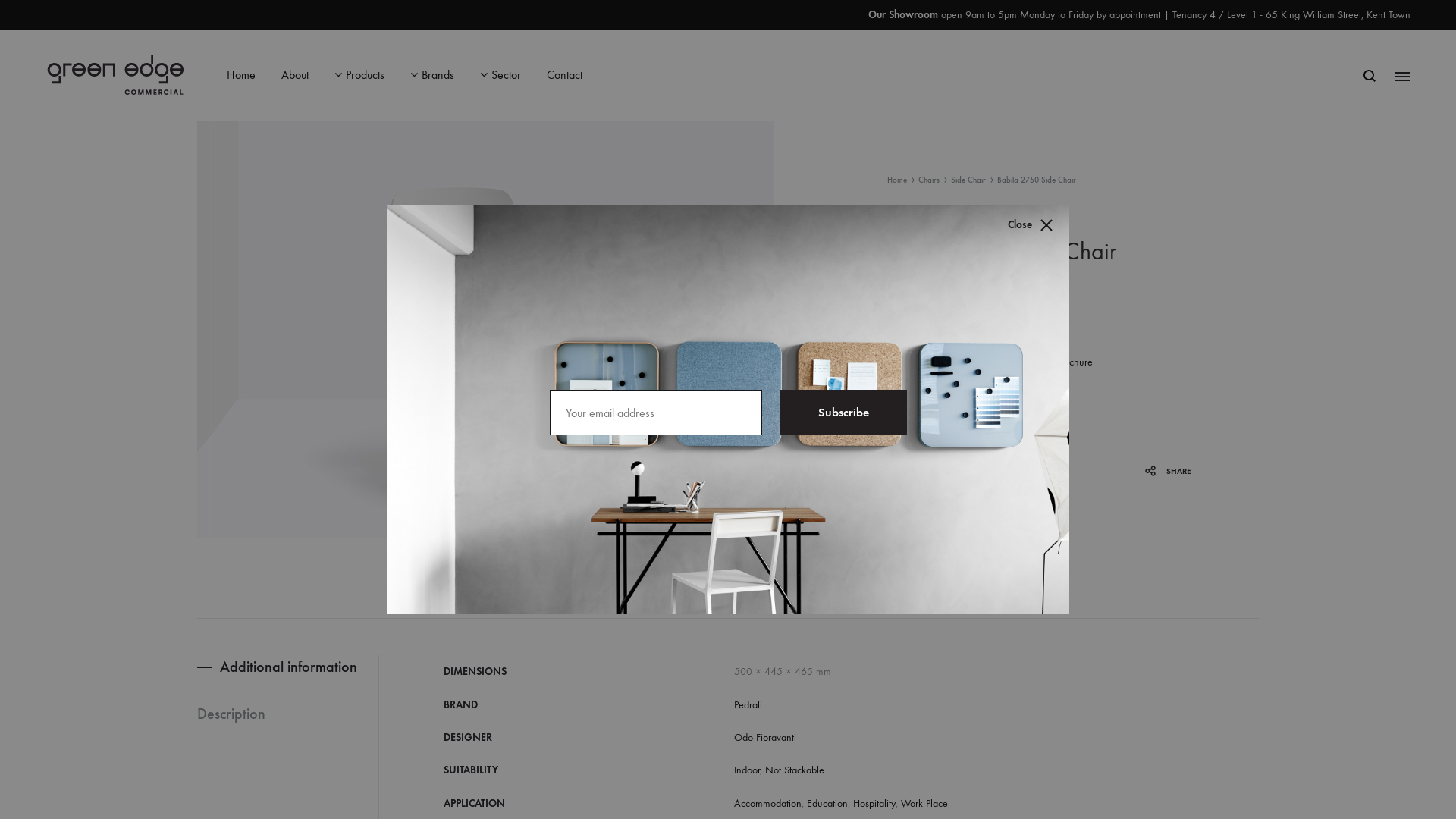  I want to click on 'CHAIRS', so click(960, 554).